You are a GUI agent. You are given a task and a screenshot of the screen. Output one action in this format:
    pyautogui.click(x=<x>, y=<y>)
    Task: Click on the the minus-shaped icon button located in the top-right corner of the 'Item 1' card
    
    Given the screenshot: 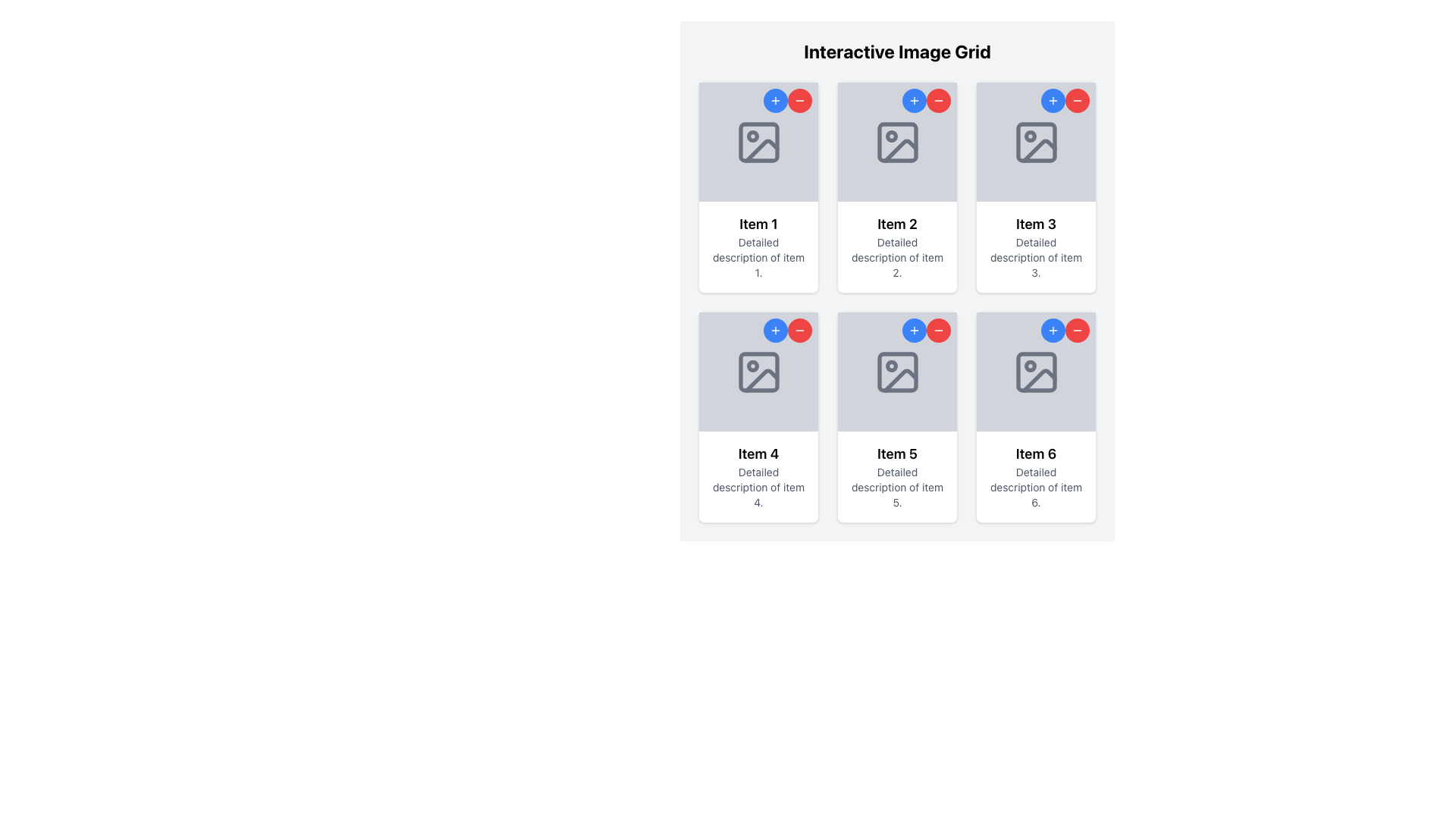 What is the action you would take?
    pyautogui.click(x=799, y=100)
    